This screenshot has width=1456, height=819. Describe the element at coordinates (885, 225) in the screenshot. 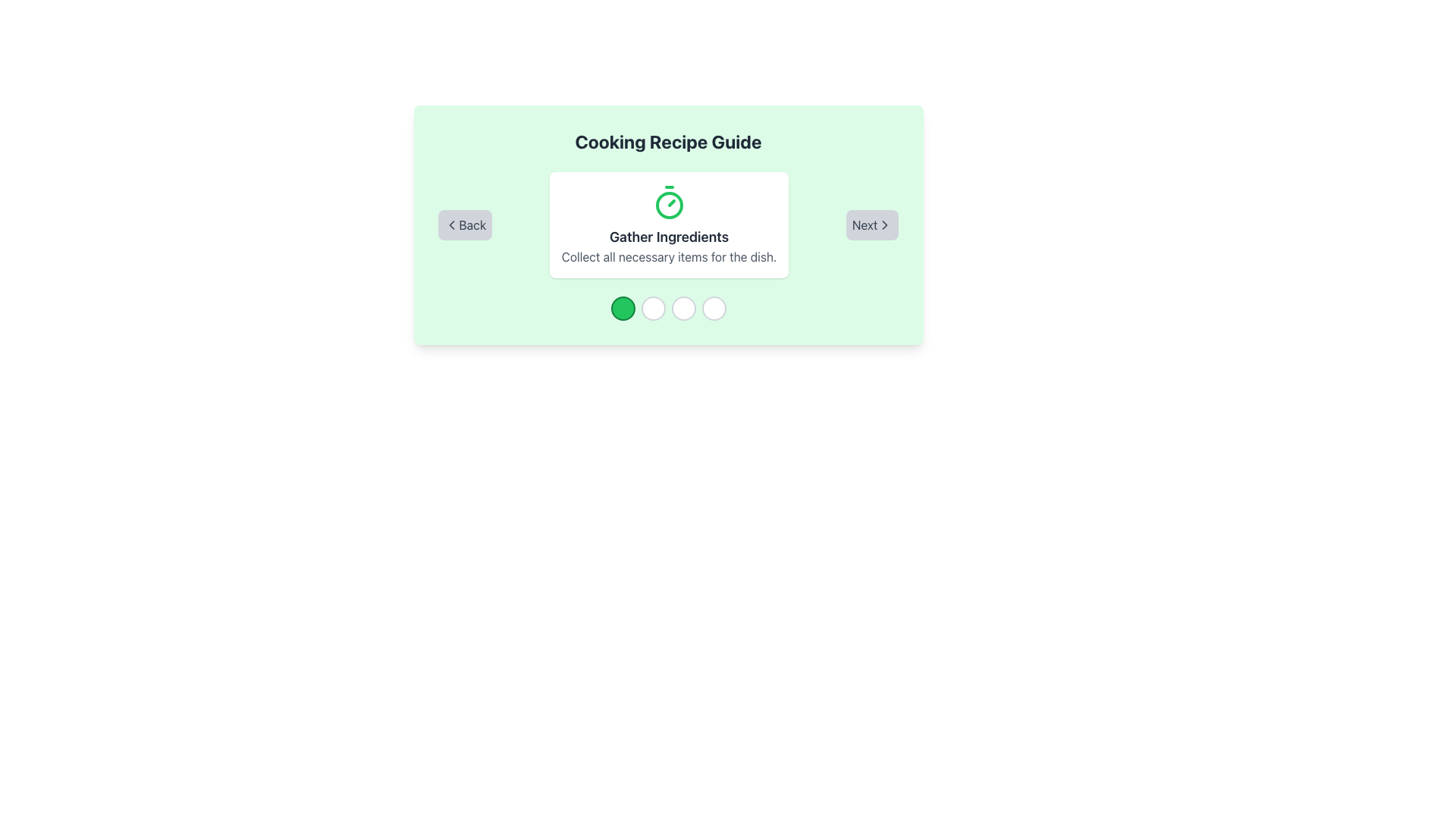

I see `the chevron-shaped icon pointing to the right, which is part of the 'Next' button on a gray background` at that location.